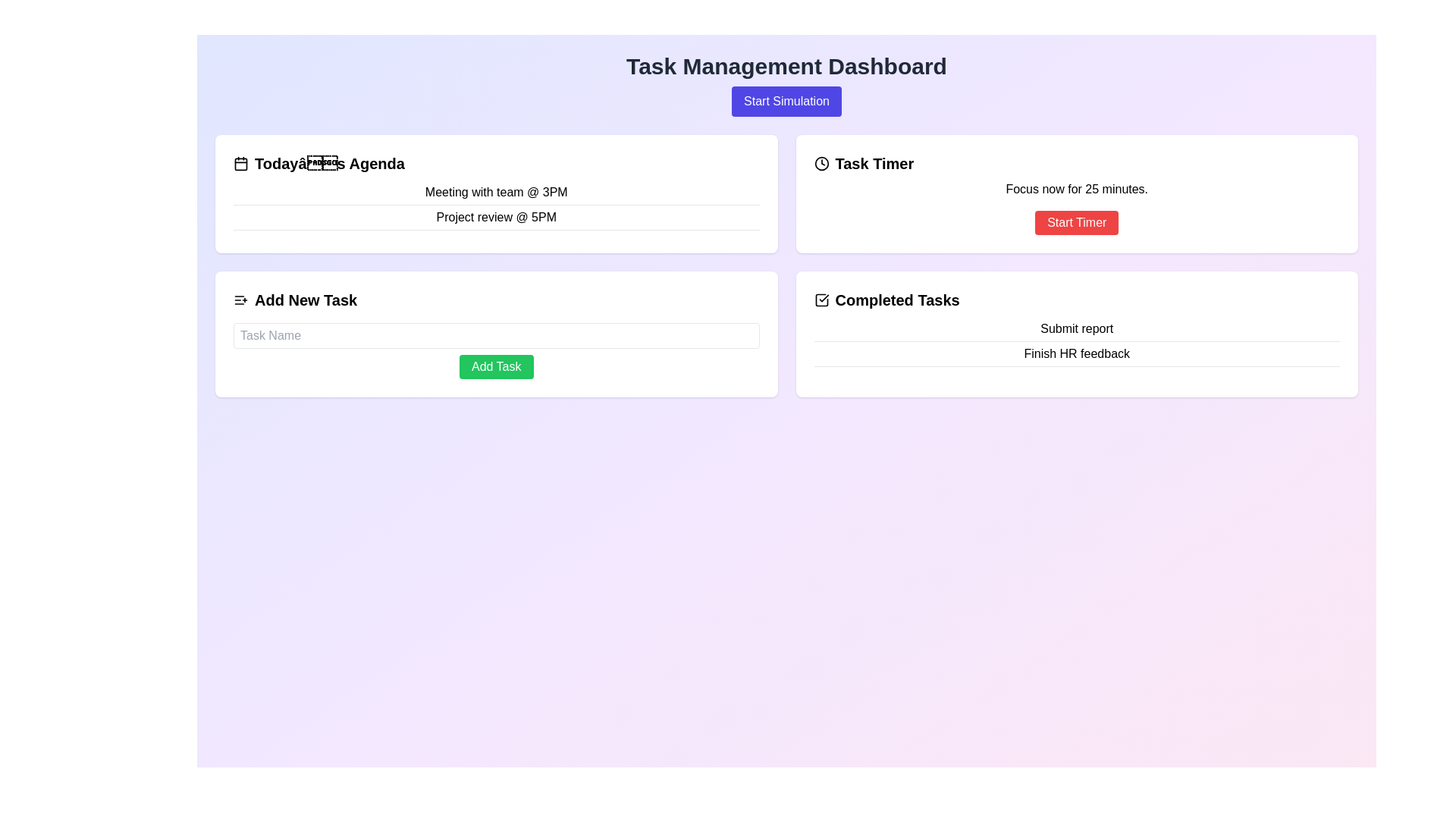 The width and height of the screenshot is (1456, 819). What do you see at coordinates (821, 164) in the screenshot?
I see `the circular graphical element of the clock icon located in the 'Task Timer' section, visually representing the clock or timer metaphor` at bounding box center [821, 164].